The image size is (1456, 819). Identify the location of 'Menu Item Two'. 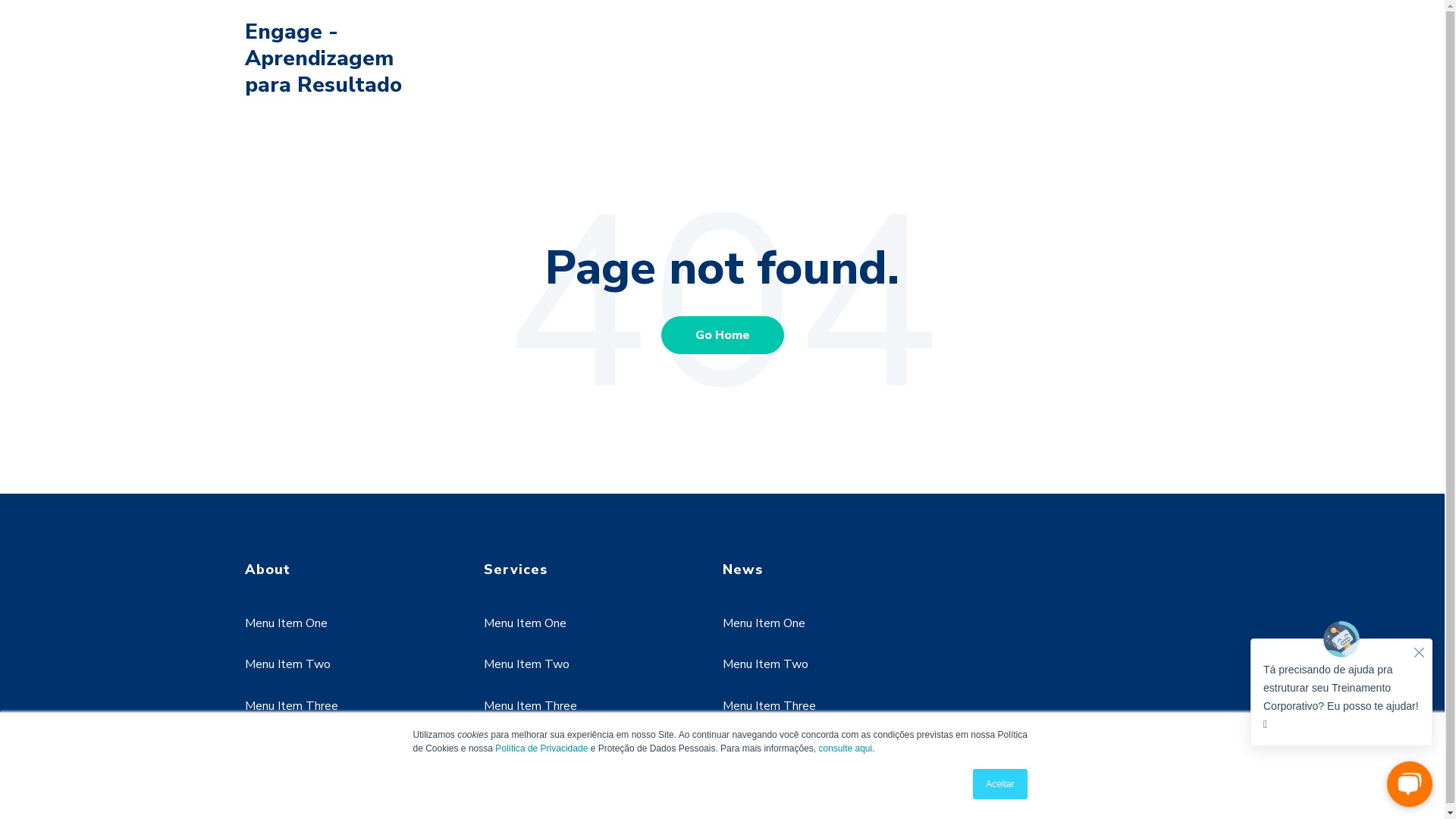
(764, 663).